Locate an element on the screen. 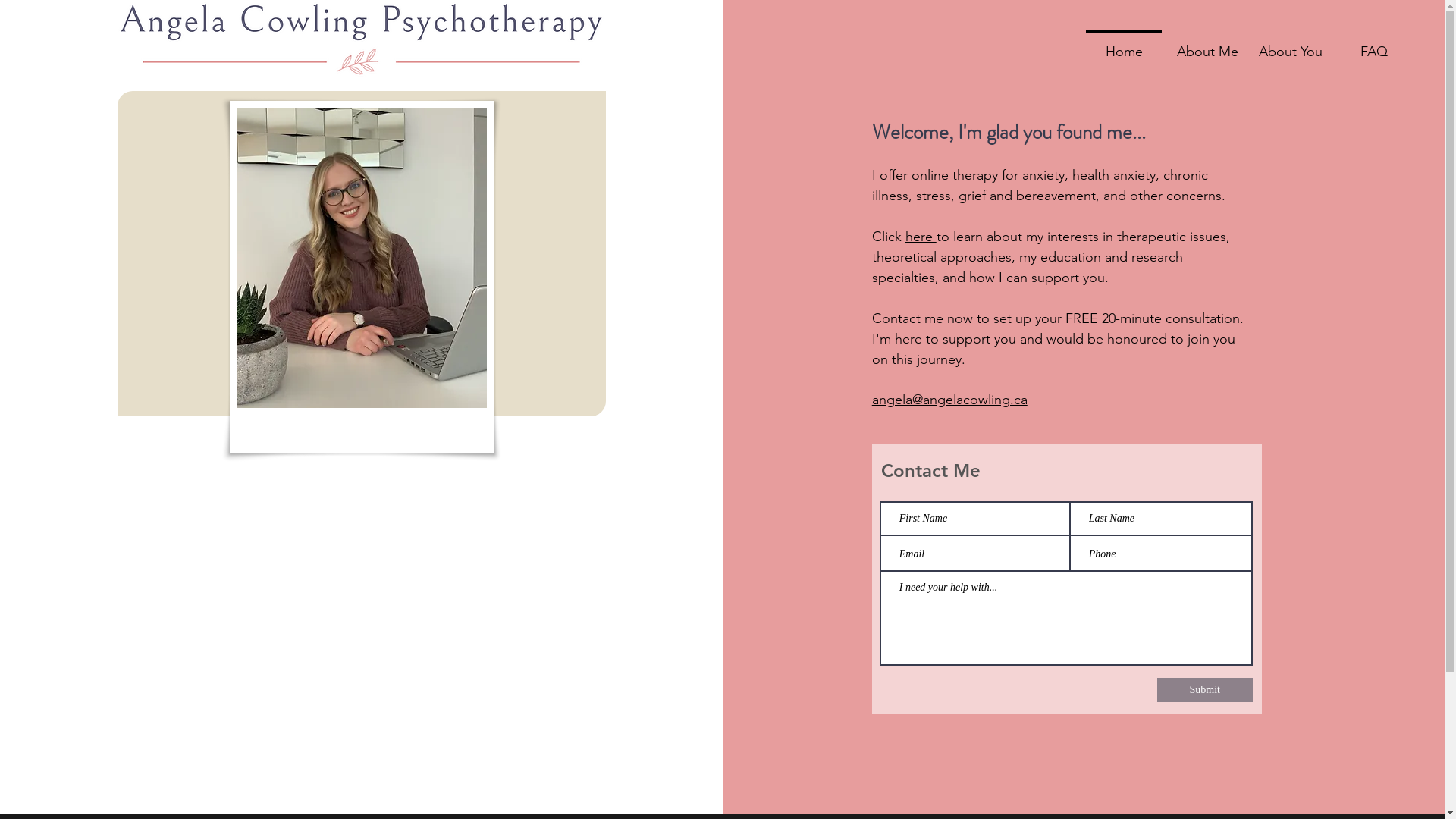 This screenshot has width=1456, height=819. 'FAQ' is located at coordinates (1374, 44).